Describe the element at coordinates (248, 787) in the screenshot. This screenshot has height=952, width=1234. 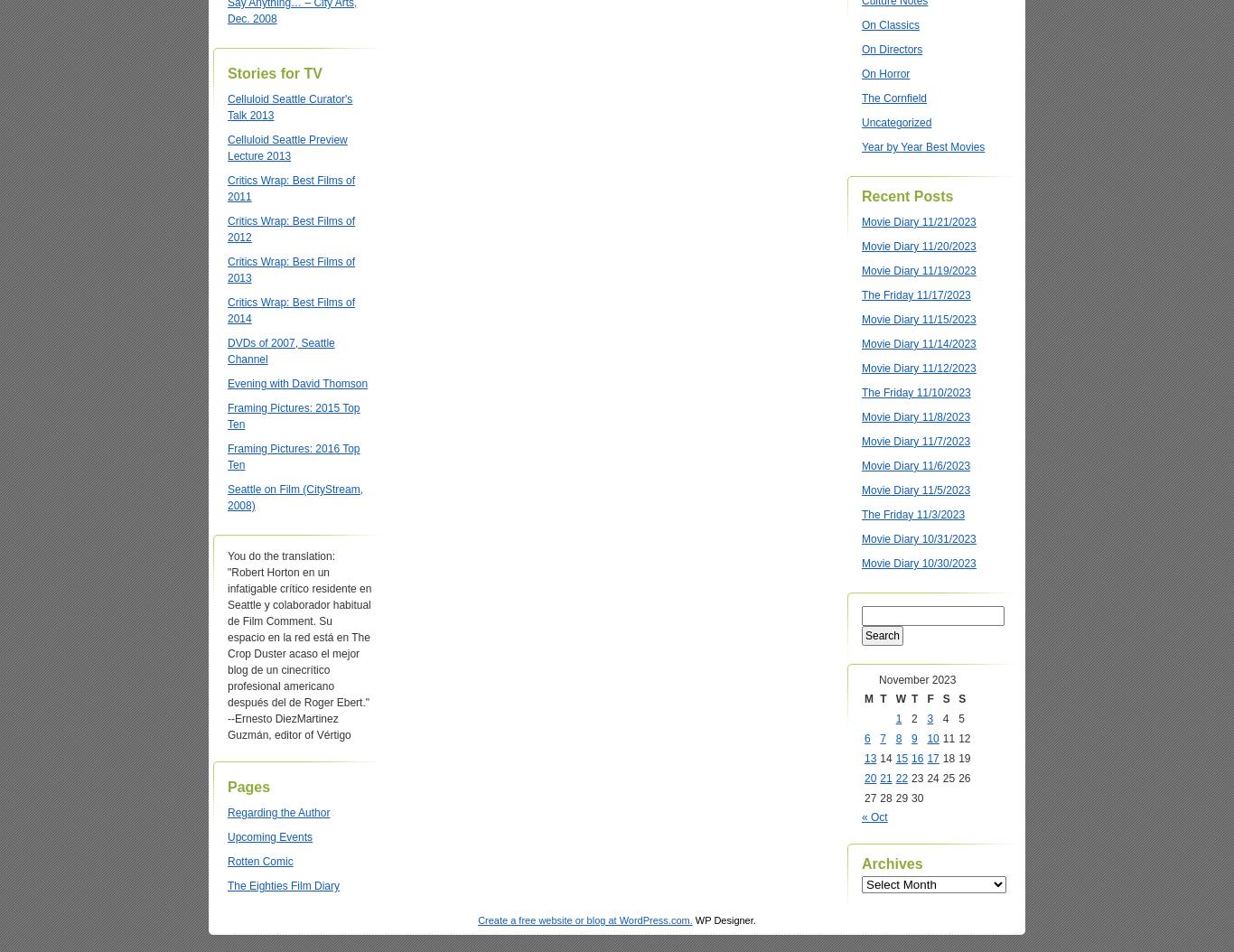
I see `'Pages'` at that location.